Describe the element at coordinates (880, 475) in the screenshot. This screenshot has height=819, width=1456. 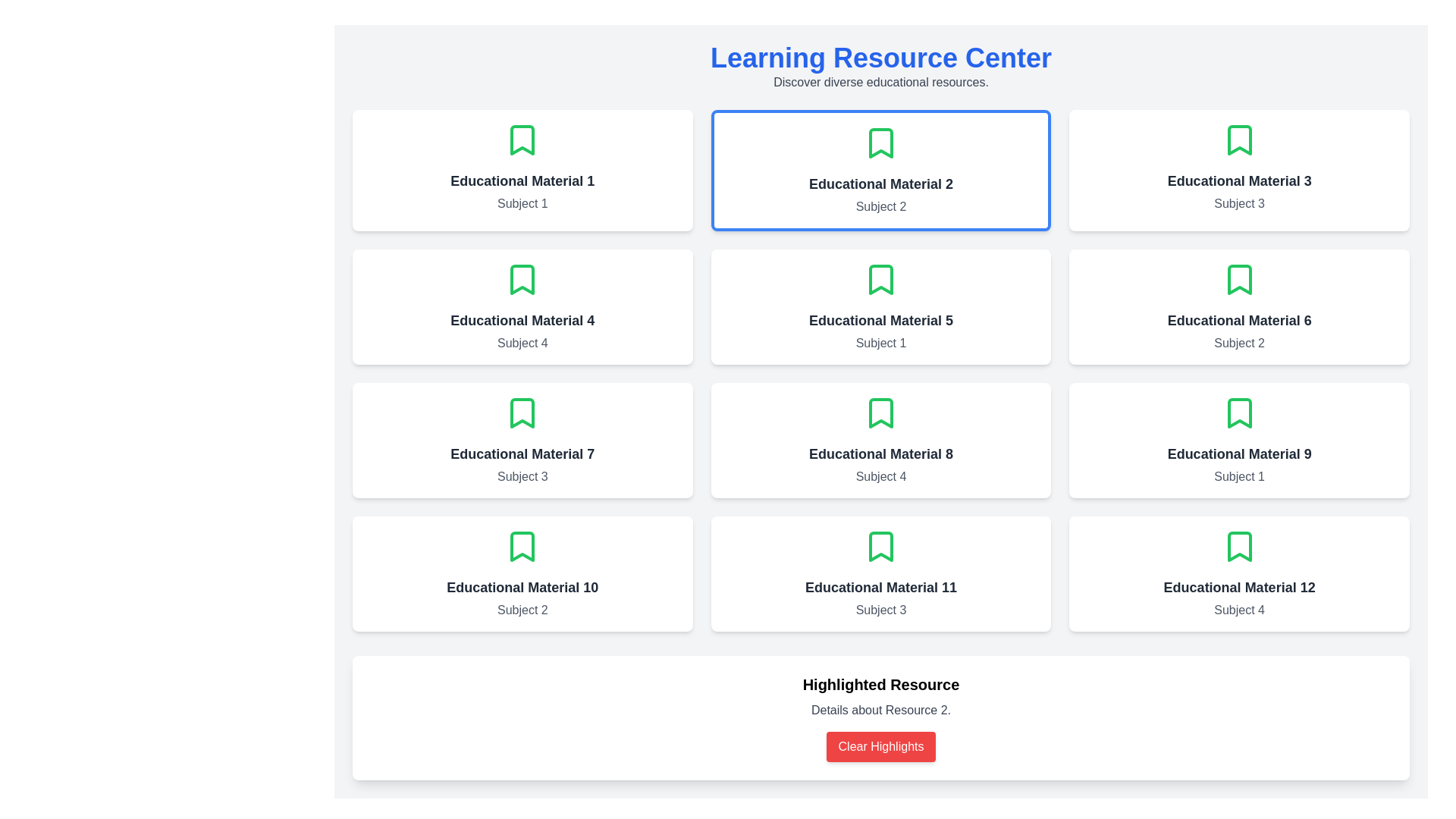
I see `the static text label displaying the subject category of the educational material at the bottom of the card labeled 'Educational Material 8', located in the second column of the third row in a grid layout` at that location.